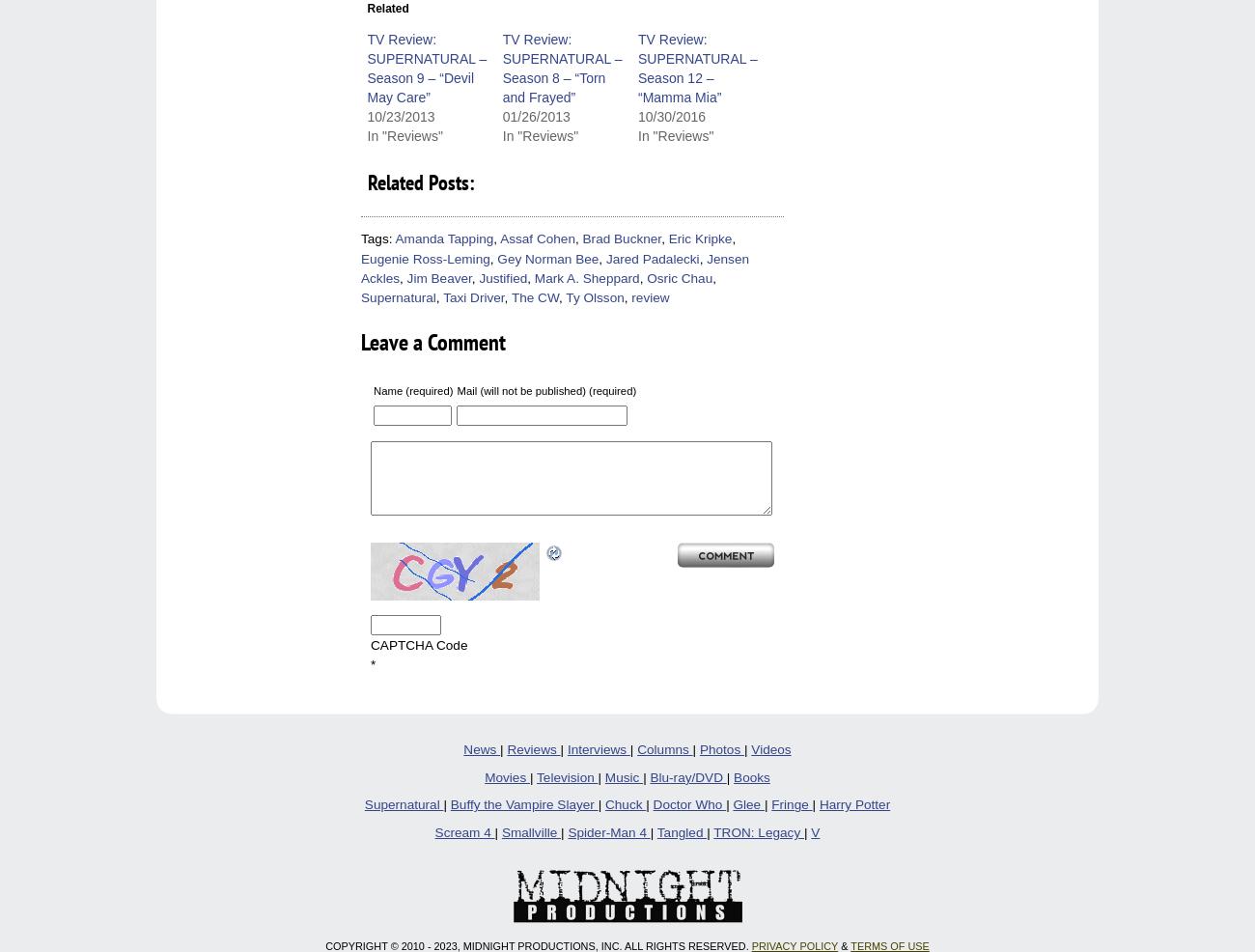  What do you see at coordinates (688, 803) in the screenshot?
I see `'Doctor Who'` at bounding box center [688, 803].